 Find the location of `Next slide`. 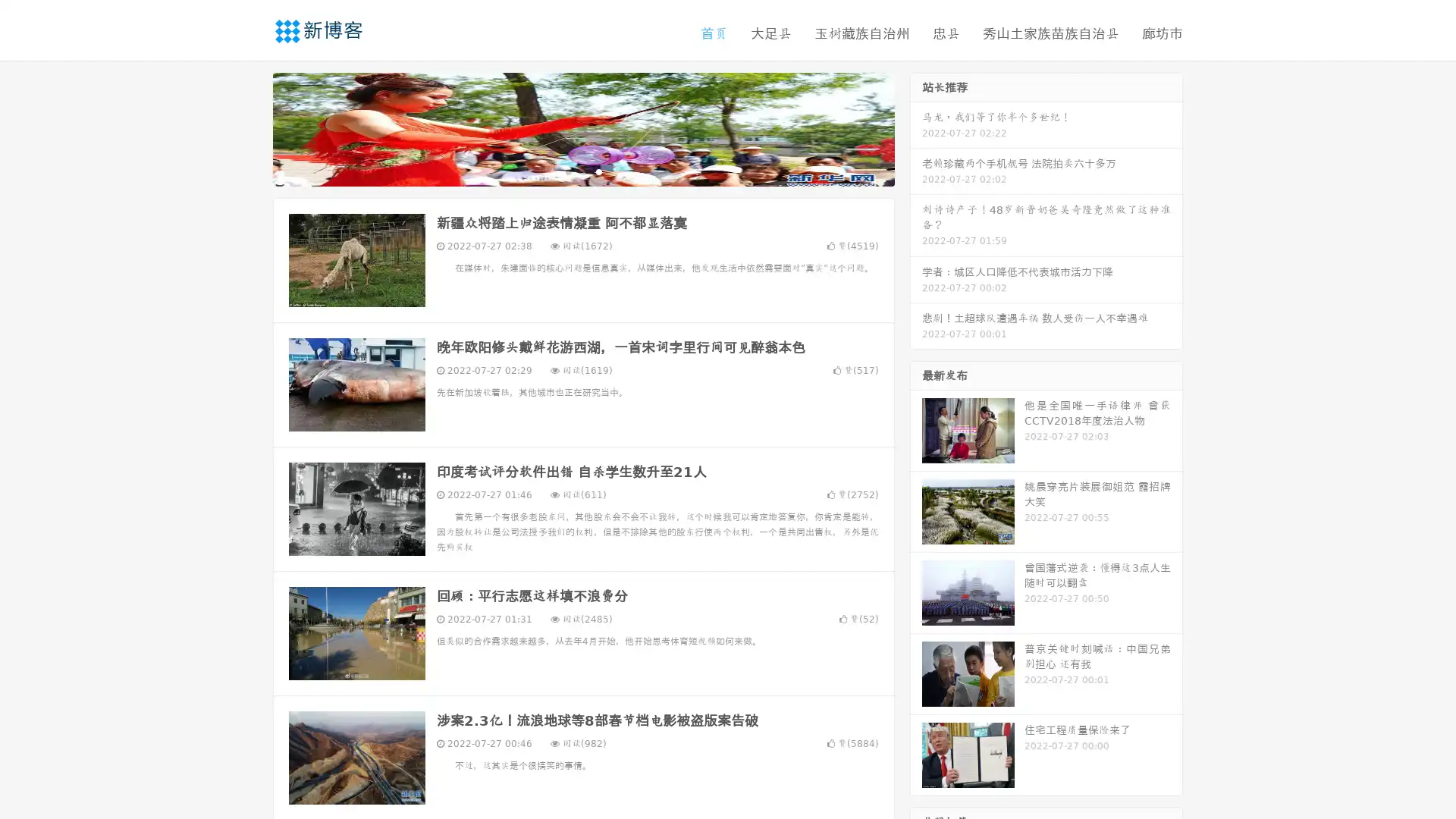

Next slide is located at coordinates (916, 127).